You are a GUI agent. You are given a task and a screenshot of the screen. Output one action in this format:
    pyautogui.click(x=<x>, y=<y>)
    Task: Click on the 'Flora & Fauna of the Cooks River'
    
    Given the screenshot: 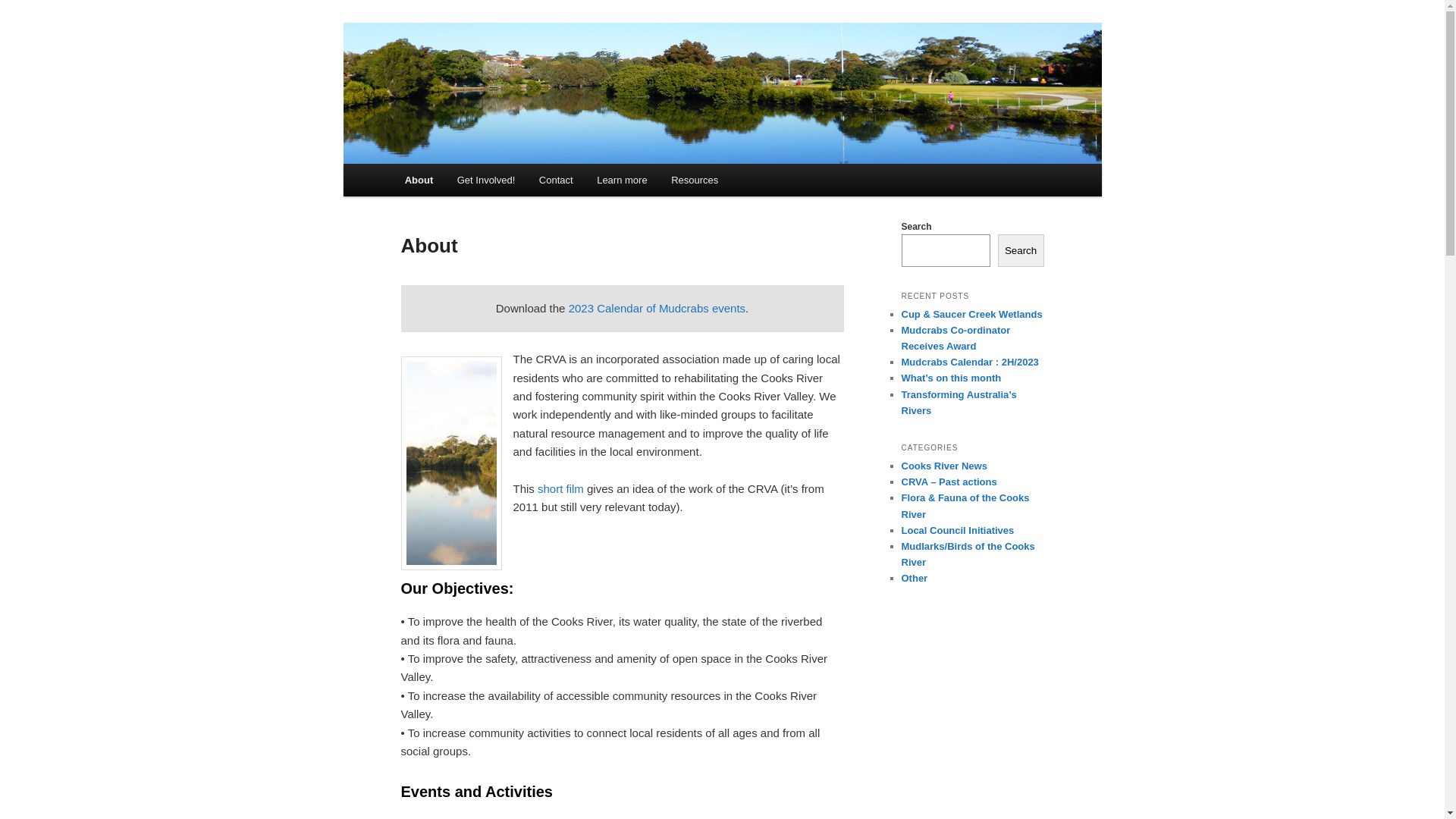 What is the action you would take?
    pyautogui.click(x=964, y=506)
    